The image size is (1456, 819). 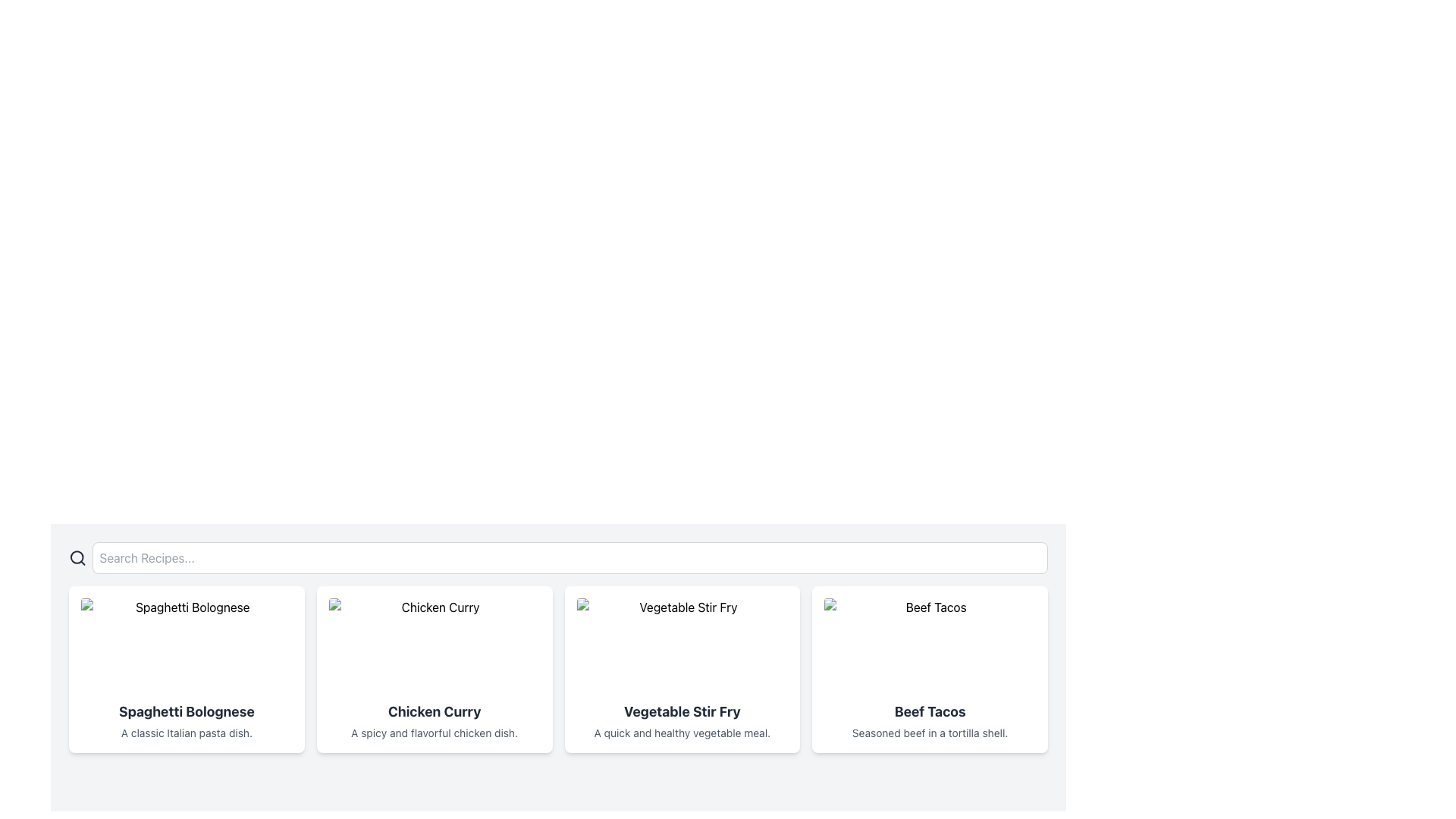 I want to click on the first menu item card in the grid layout, which displays an image with the title and description of a dish, located at the top-left corner of the interface, so click(x=186, y=669).